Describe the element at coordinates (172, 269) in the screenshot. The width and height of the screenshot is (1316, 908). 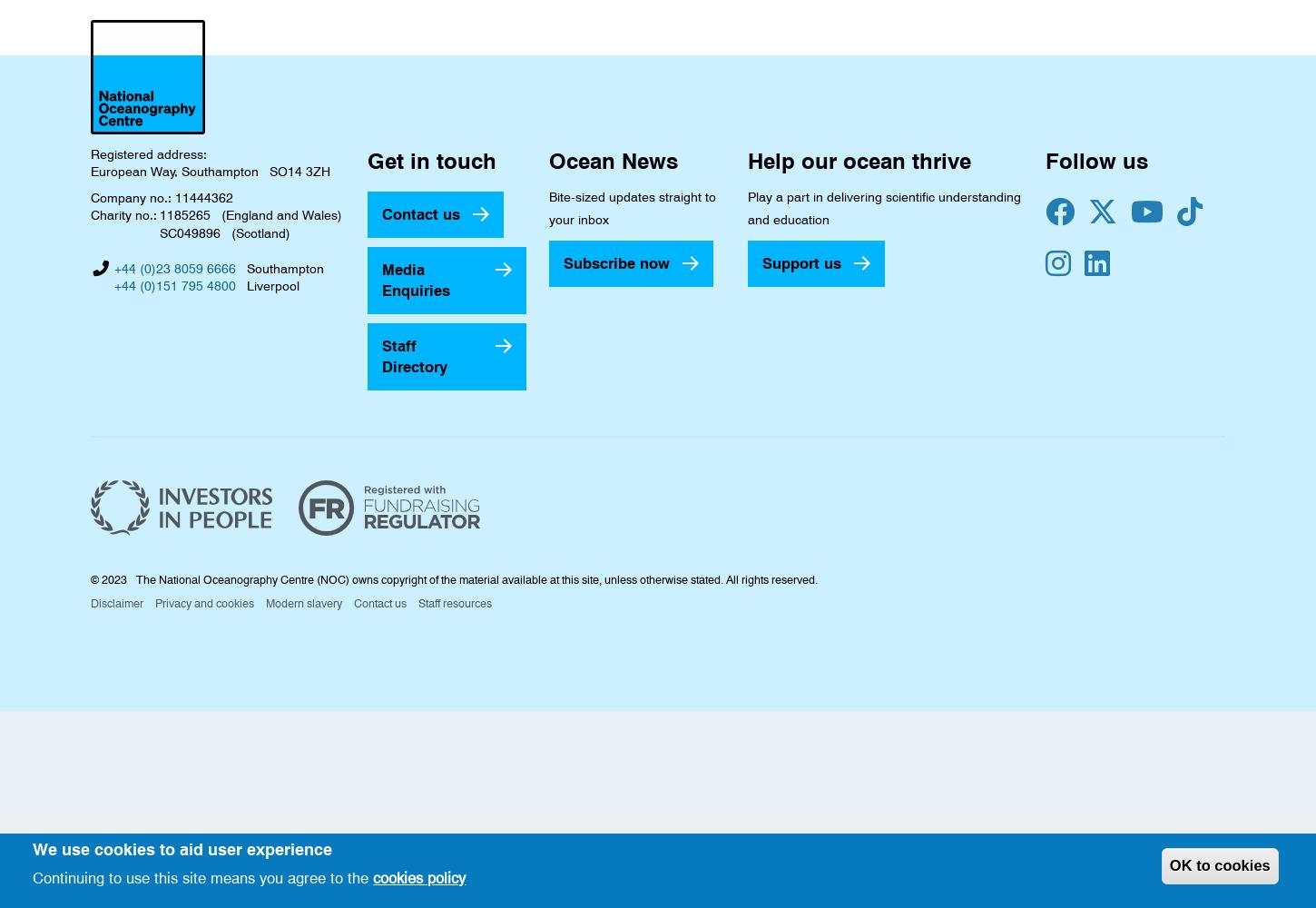
I see `'+44 (0)23 8059 6666'` at that location.